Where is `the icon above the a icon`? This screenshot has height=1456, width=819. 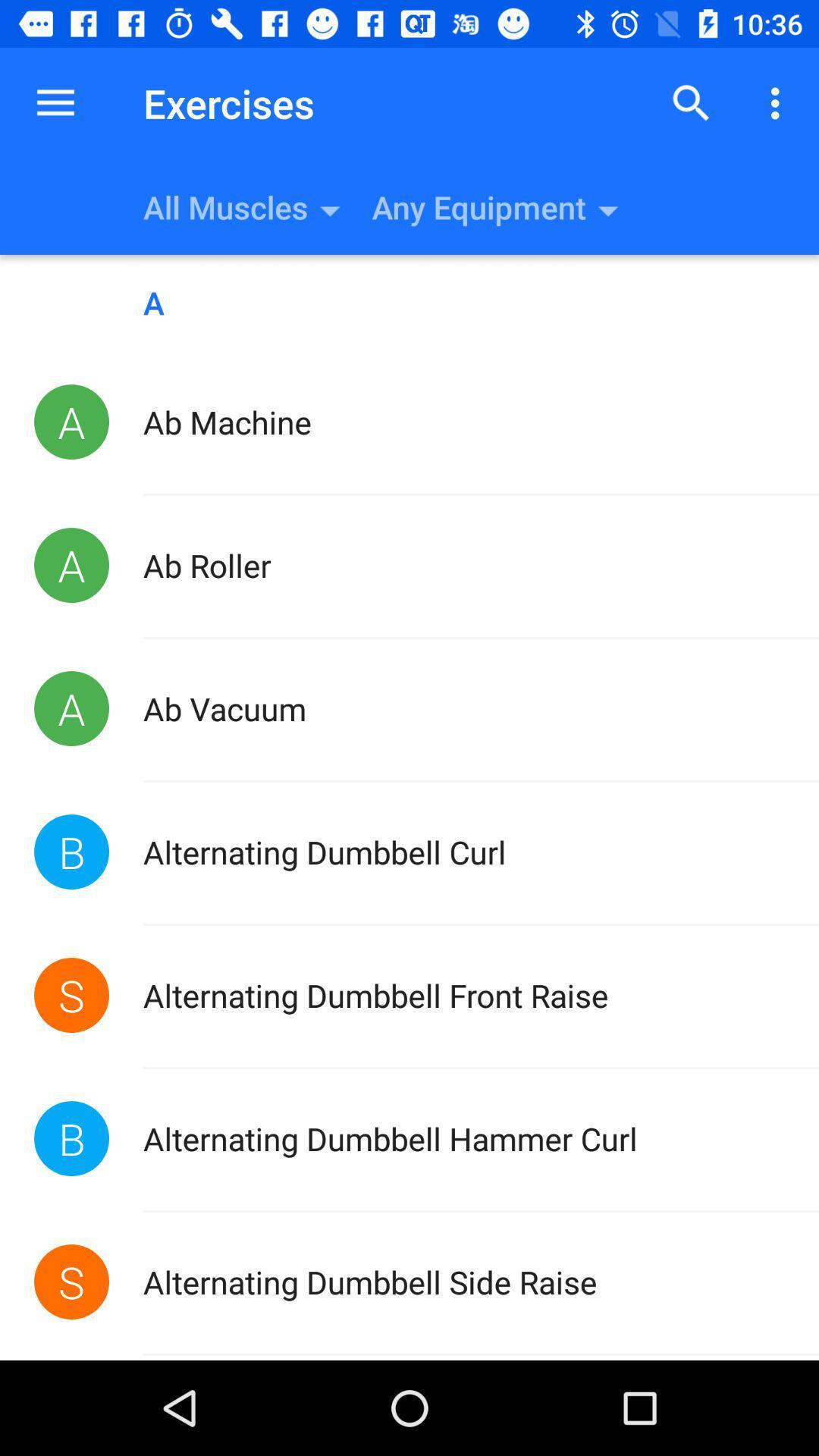
the icon above the a icon is located at coordinates (779, 102).